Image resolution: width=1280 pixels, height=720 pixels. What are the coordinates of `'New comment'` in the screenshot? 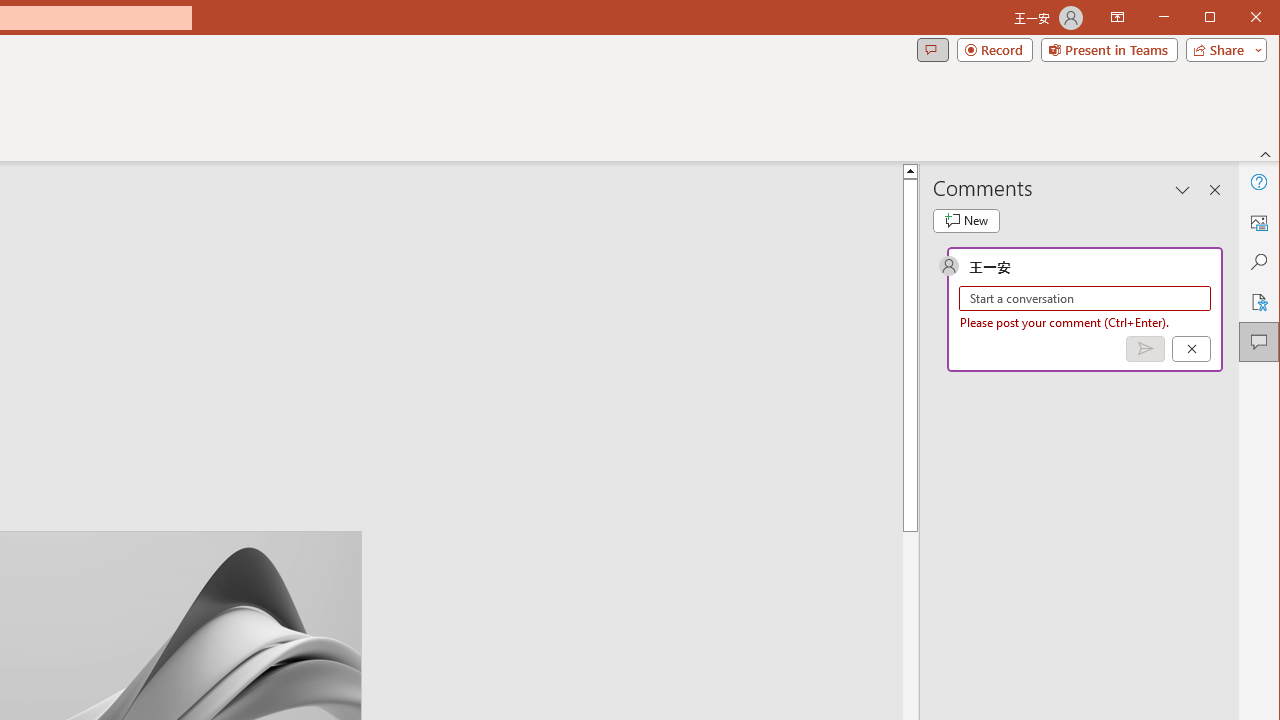 It's located at (966, 221).